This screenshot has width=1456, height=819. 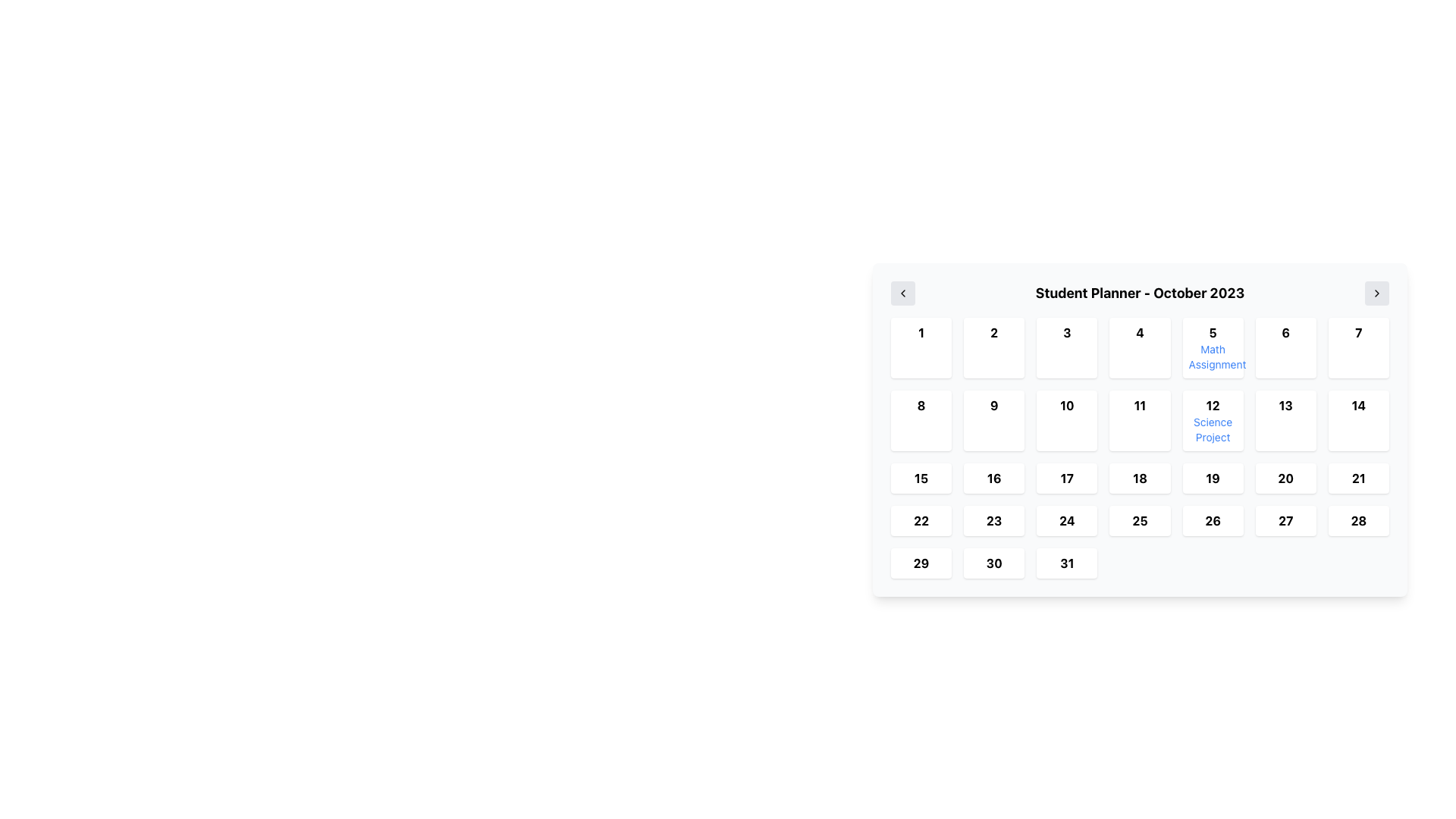 I want to click on the square-shaped button with a light gray background and a right-facing black chevron icon located in the top-right corner of the 'Student Planner - October 2023' component, so click(x=1376, y=293).